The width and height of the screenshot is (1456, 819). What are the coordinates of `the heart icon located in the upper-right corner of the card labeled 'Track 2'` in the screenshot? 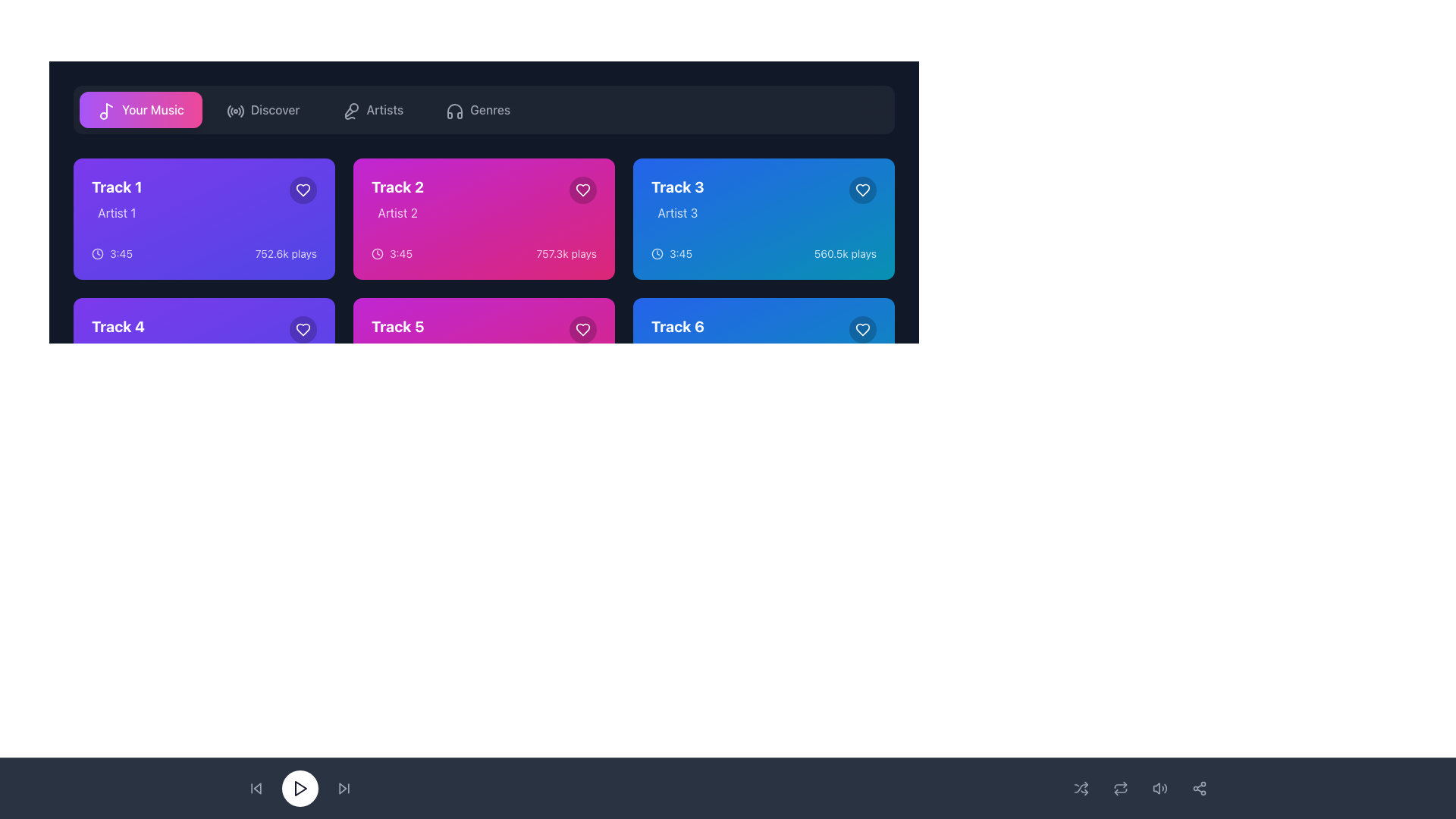 It's located at (582, 189).